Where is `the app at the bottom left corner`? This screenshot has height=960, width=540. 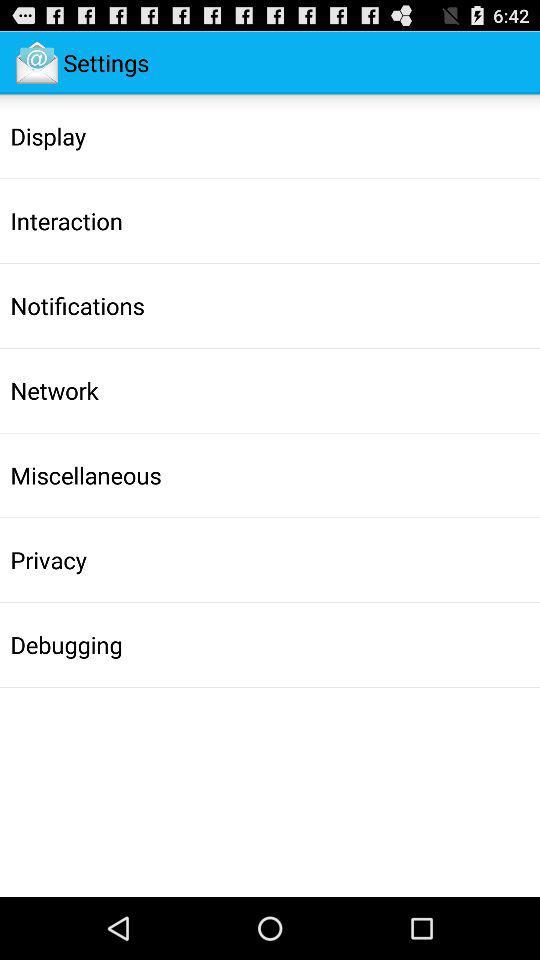
the app at the bottom left corner is located at coordinates (66, 643).